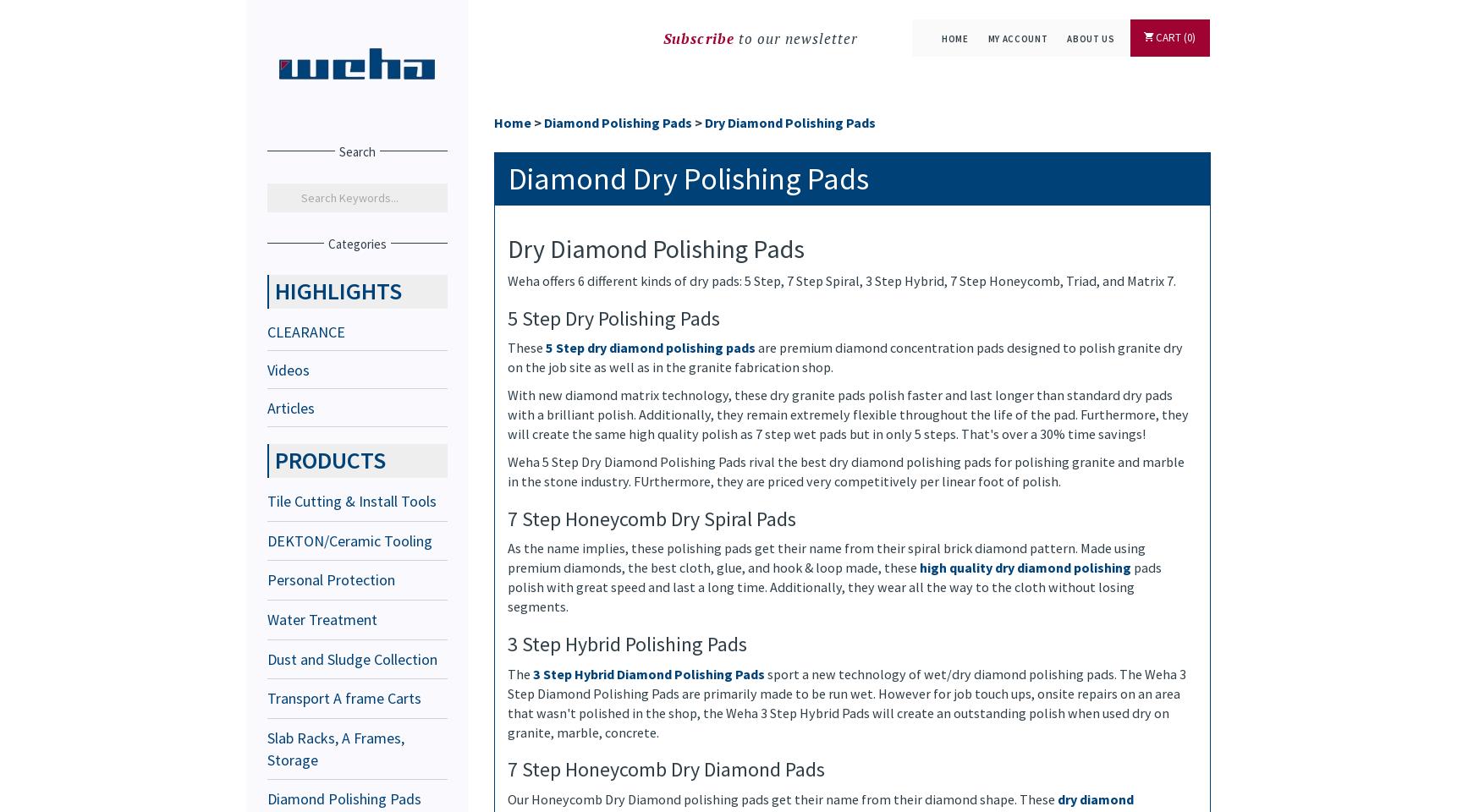  I want to click on 'Personal Protection', so click(331, 579).